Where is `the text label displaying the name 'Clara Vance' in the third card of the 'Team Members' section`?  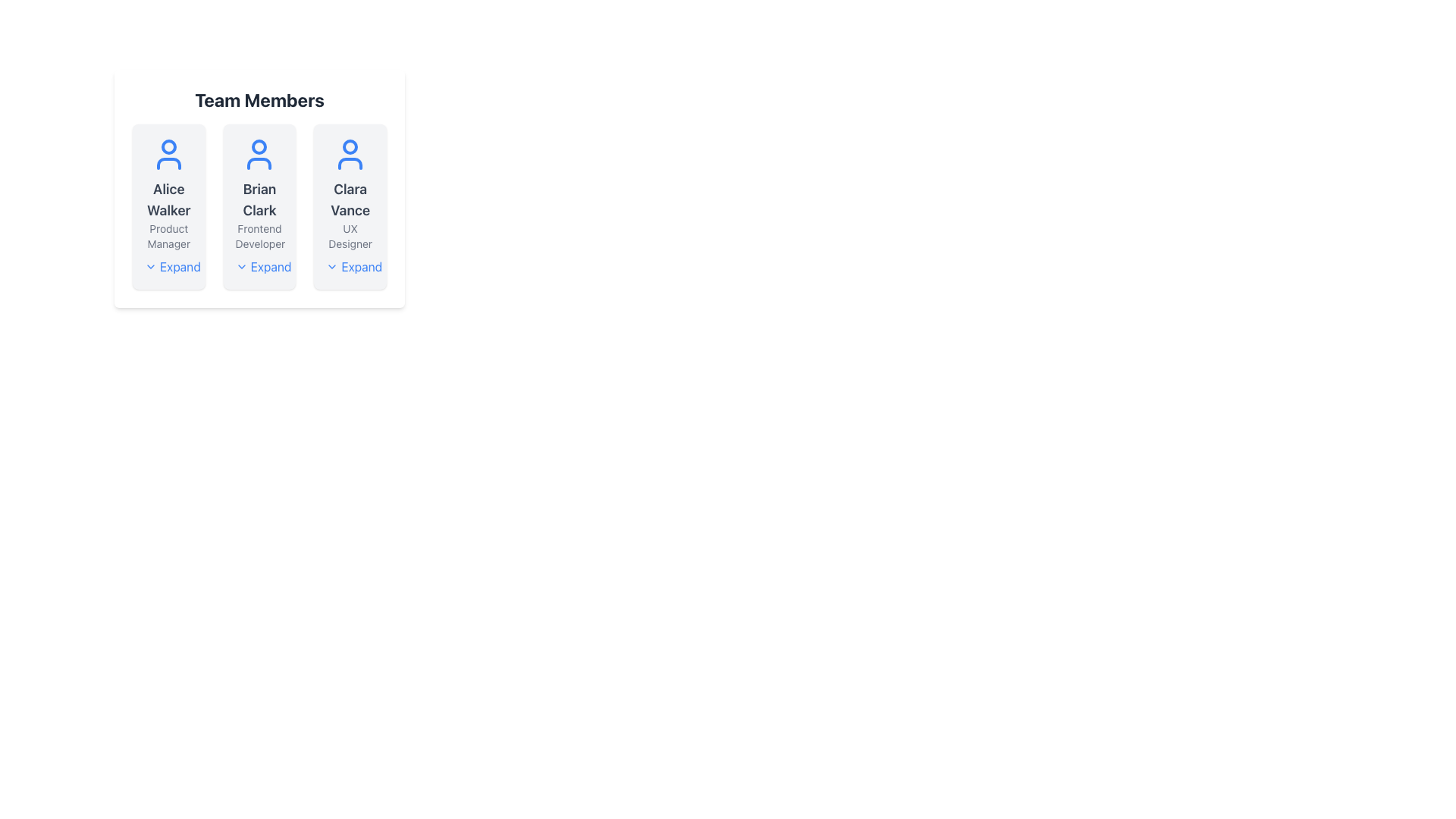
the text label displaying the name 'Clara Vance' in the third card of the 'Team Members' section is located at coordinates (350, 199).